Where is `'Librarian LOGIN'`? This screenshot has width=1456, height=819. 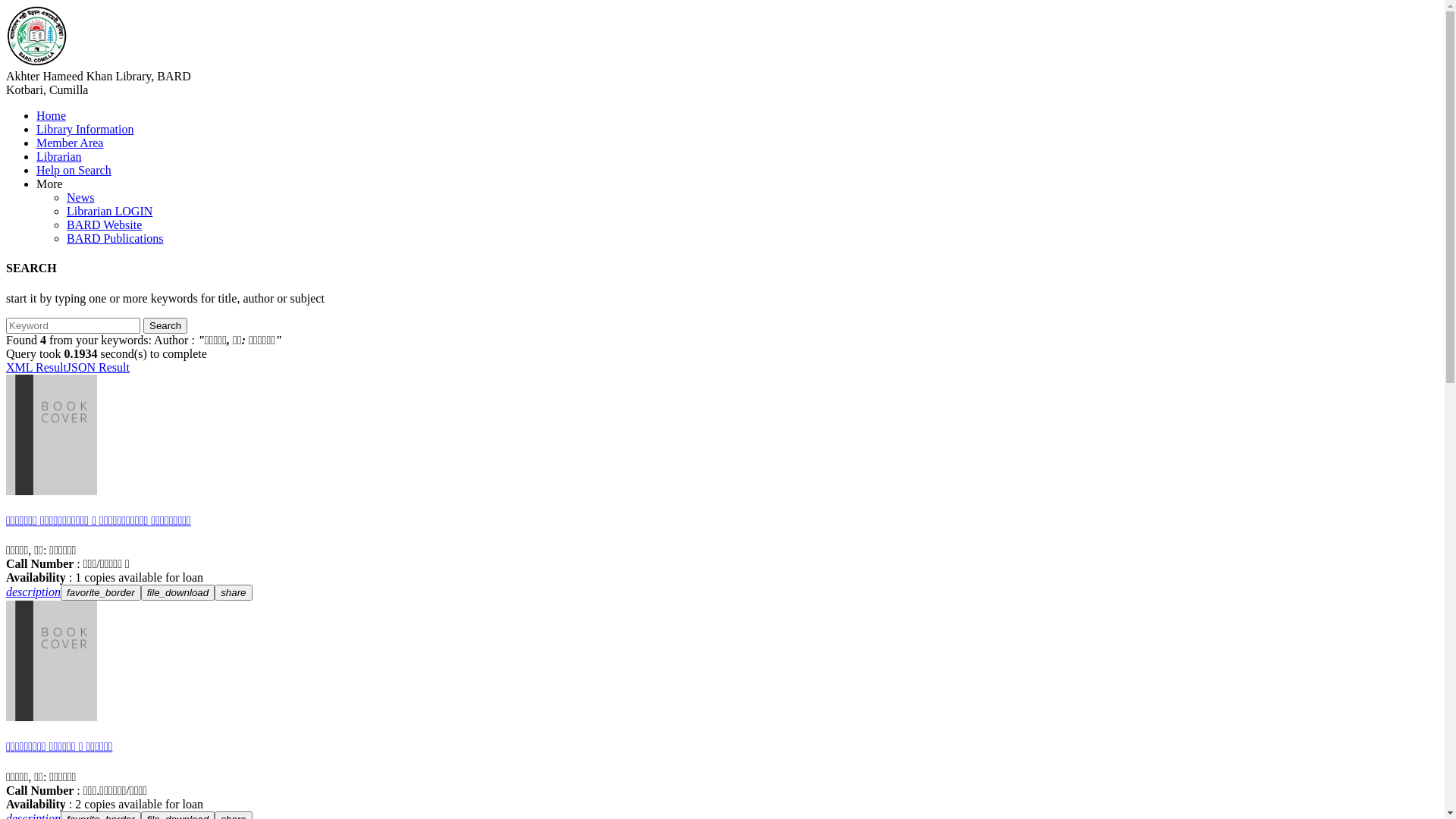
'Librarian LOGIN' is located at coordinates (108, 211).